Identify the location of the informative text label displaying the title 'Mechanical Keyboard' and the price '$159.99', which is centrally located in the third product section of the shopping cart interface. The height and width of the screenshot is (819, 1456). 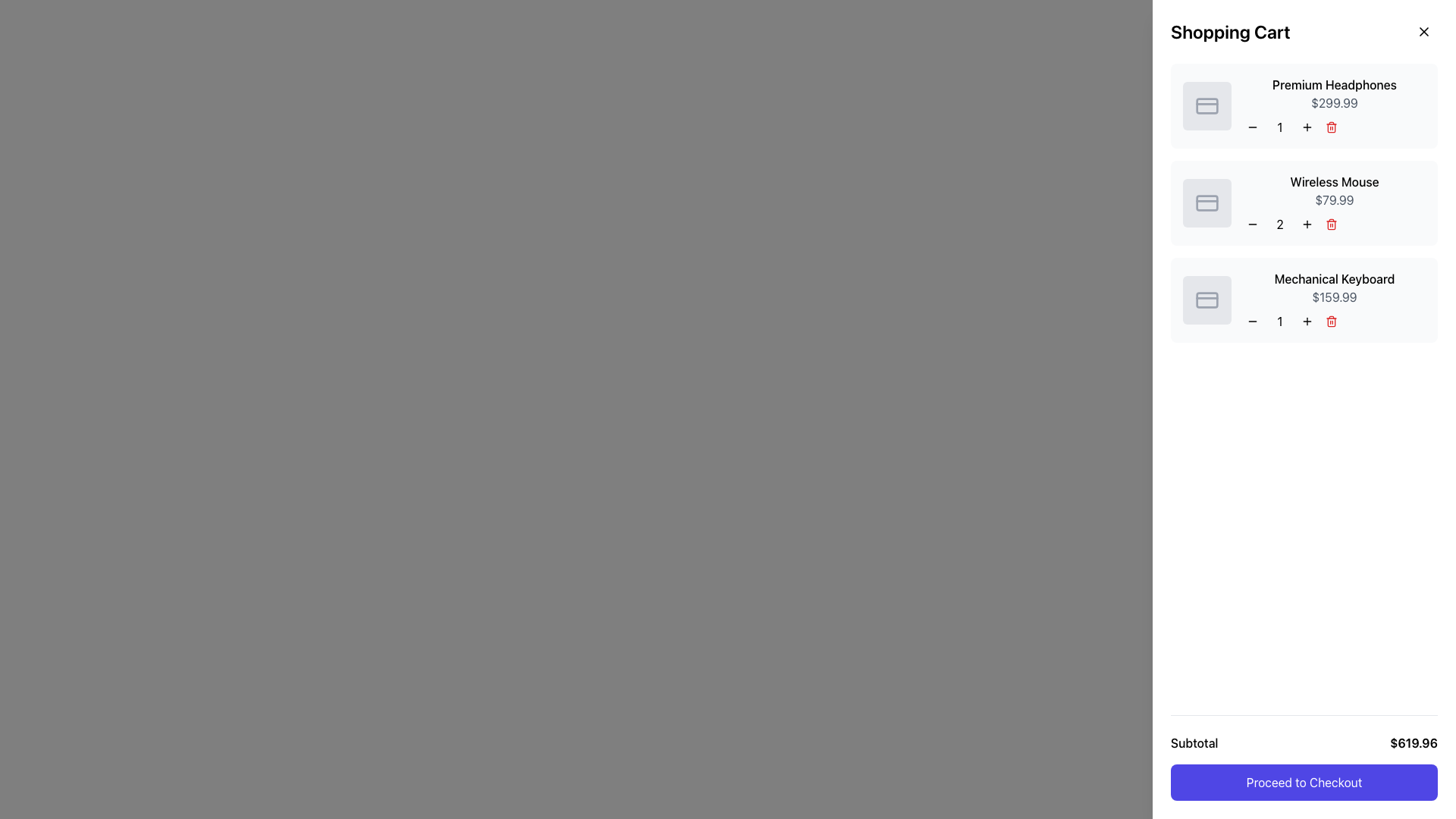
(1335, 300).